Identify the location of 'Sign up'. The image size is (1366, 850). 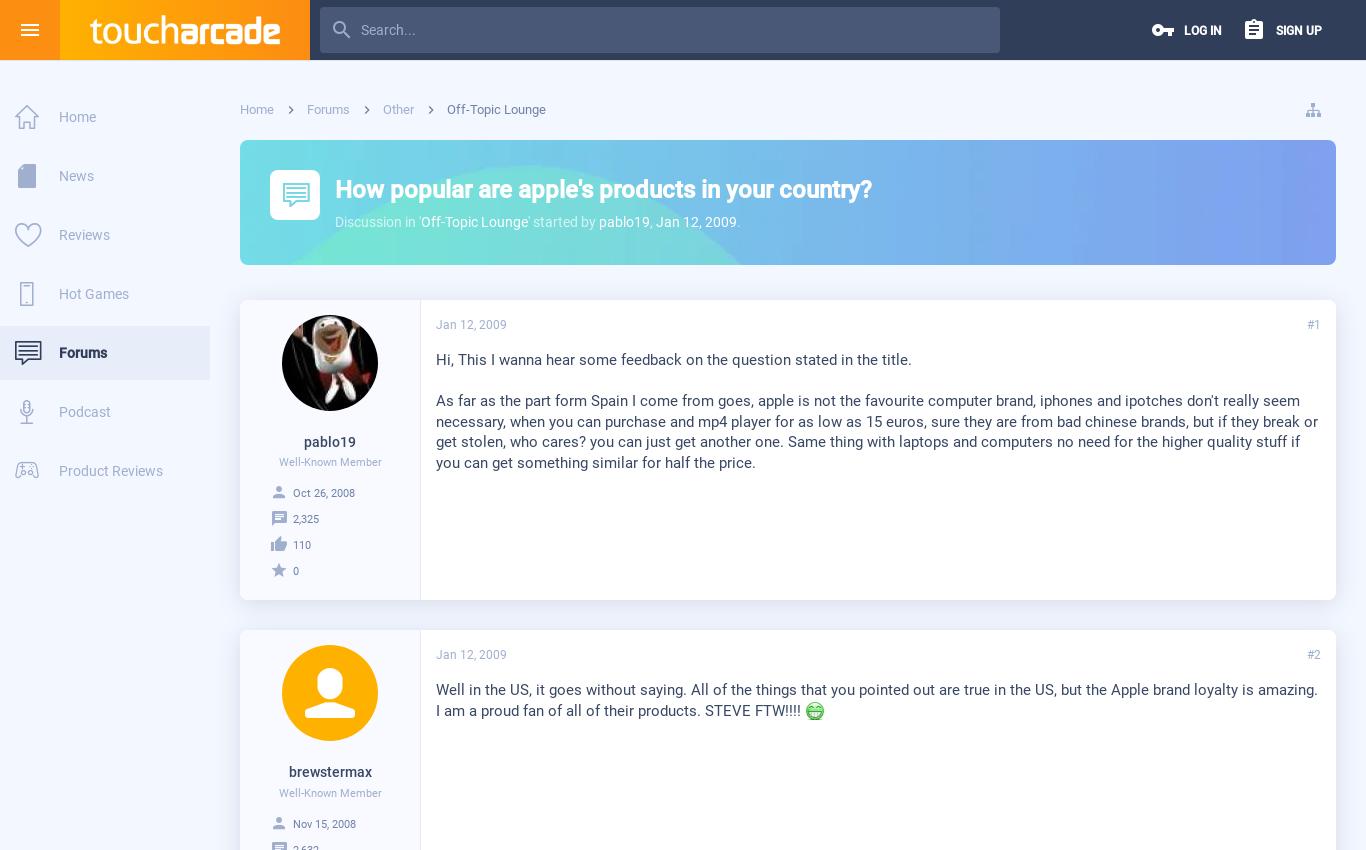
(1298, 30).